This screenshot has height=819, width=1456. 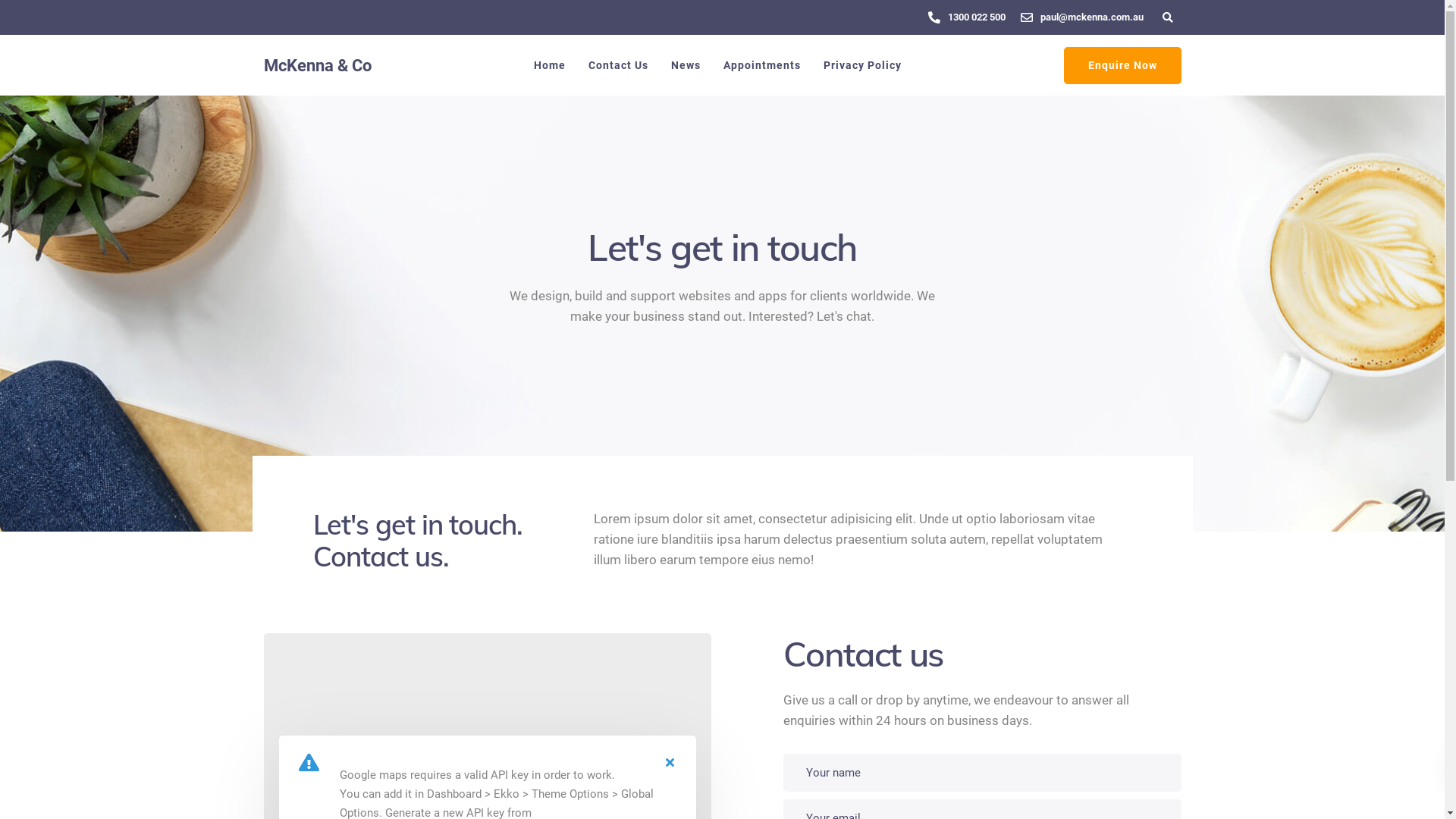 I want to click on 'News', so click(x=659, y=64).